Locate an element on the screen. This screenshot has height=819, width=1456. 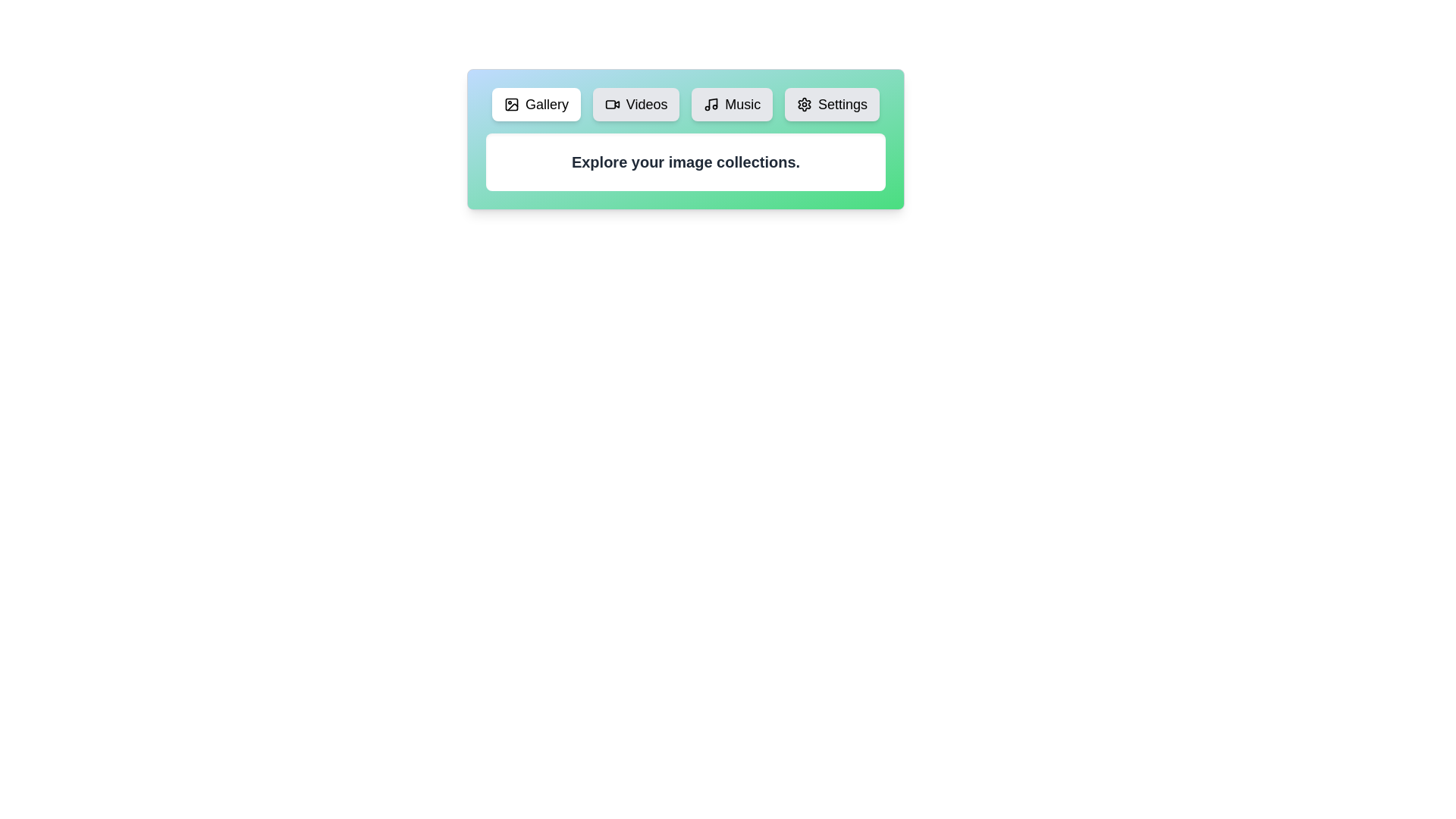
the tab labeled Music to observe its hover effect is located at coordinates (732, 104).